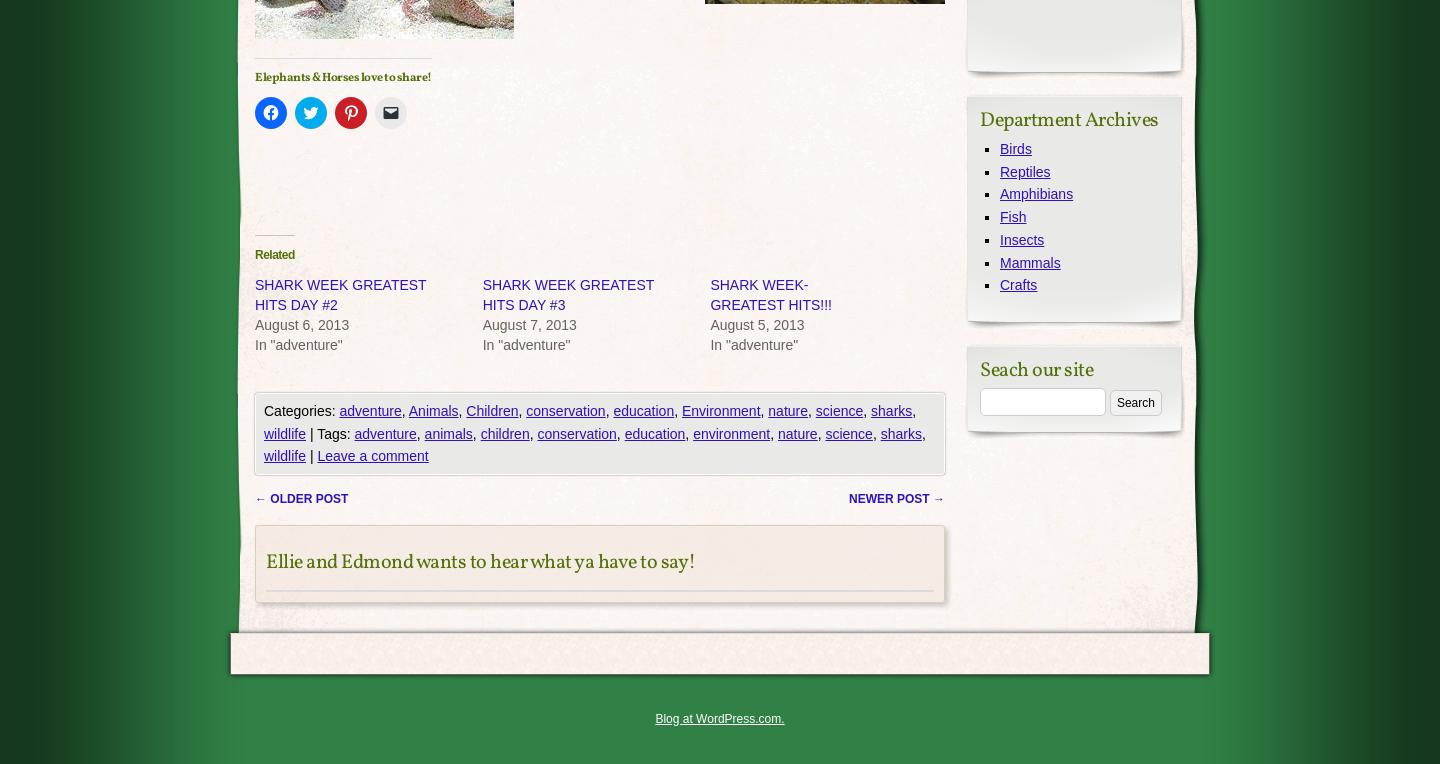 The width and height of the screenshot is (1440, 764). What do you see at coordinates (335, 433) in the screenshot?
I see `'Tags:'` at bounding box center [335, 433].